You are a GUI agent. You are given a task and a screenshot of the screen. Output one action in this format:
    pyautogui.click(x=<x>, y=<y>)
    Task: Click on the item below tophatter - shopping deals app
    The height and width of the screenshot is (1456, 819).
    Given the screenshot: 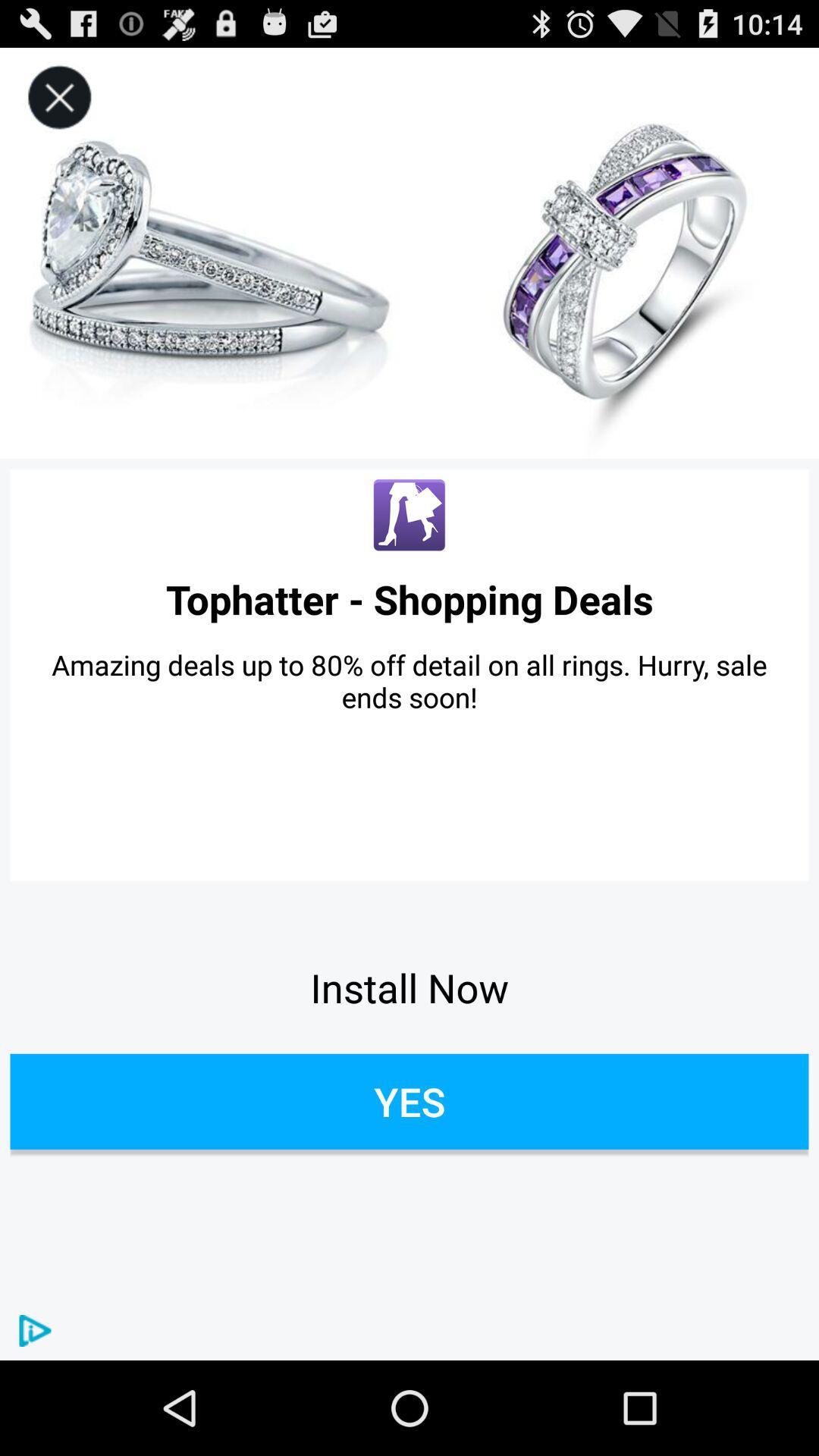 What is the action you would take?
    pyautogui.click(x=409, y=680)
    